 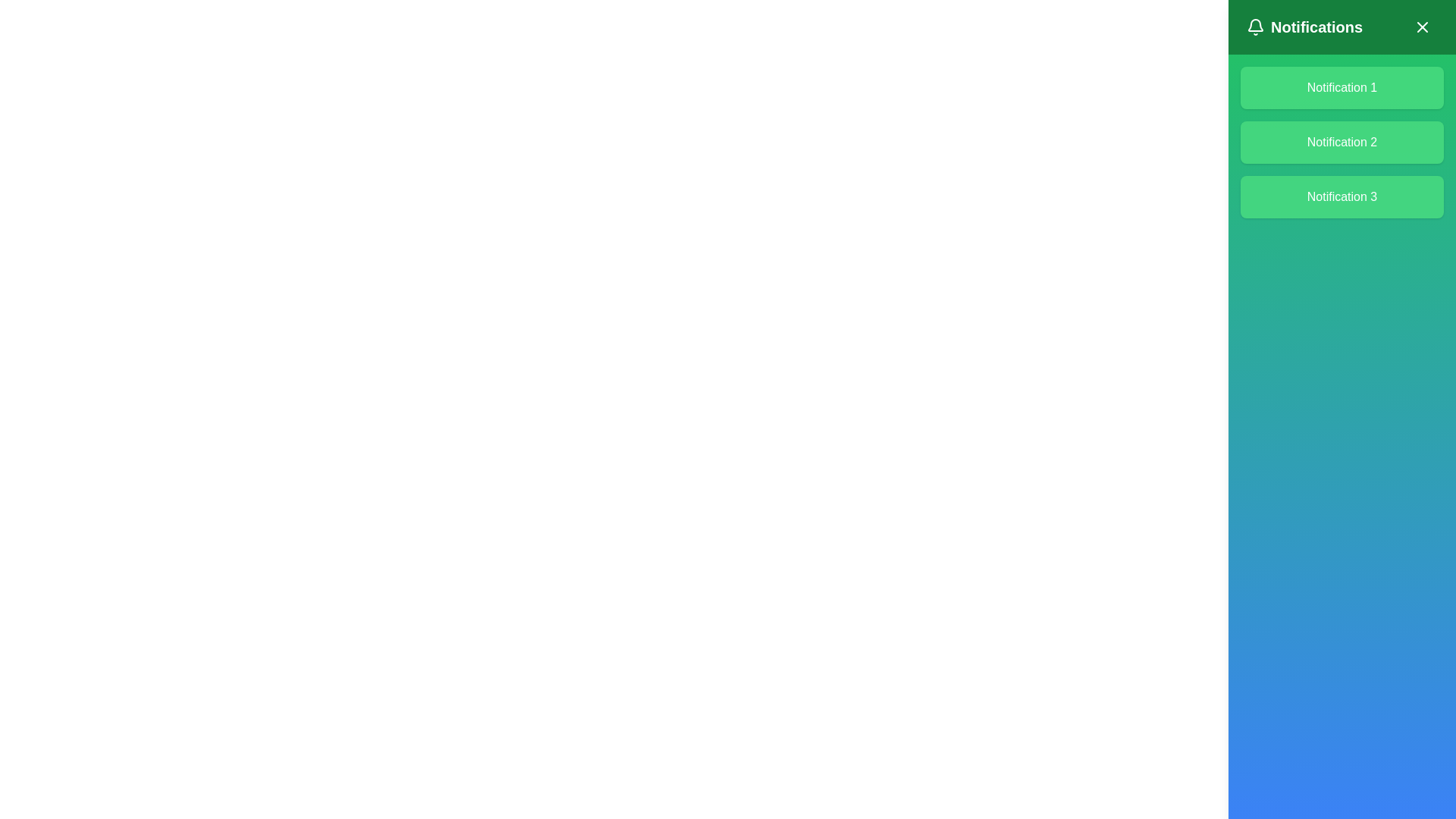 I want to click on the close button in the top-right corner of the green header bar labeled 'Notifications', so click(x=1422, y=27).